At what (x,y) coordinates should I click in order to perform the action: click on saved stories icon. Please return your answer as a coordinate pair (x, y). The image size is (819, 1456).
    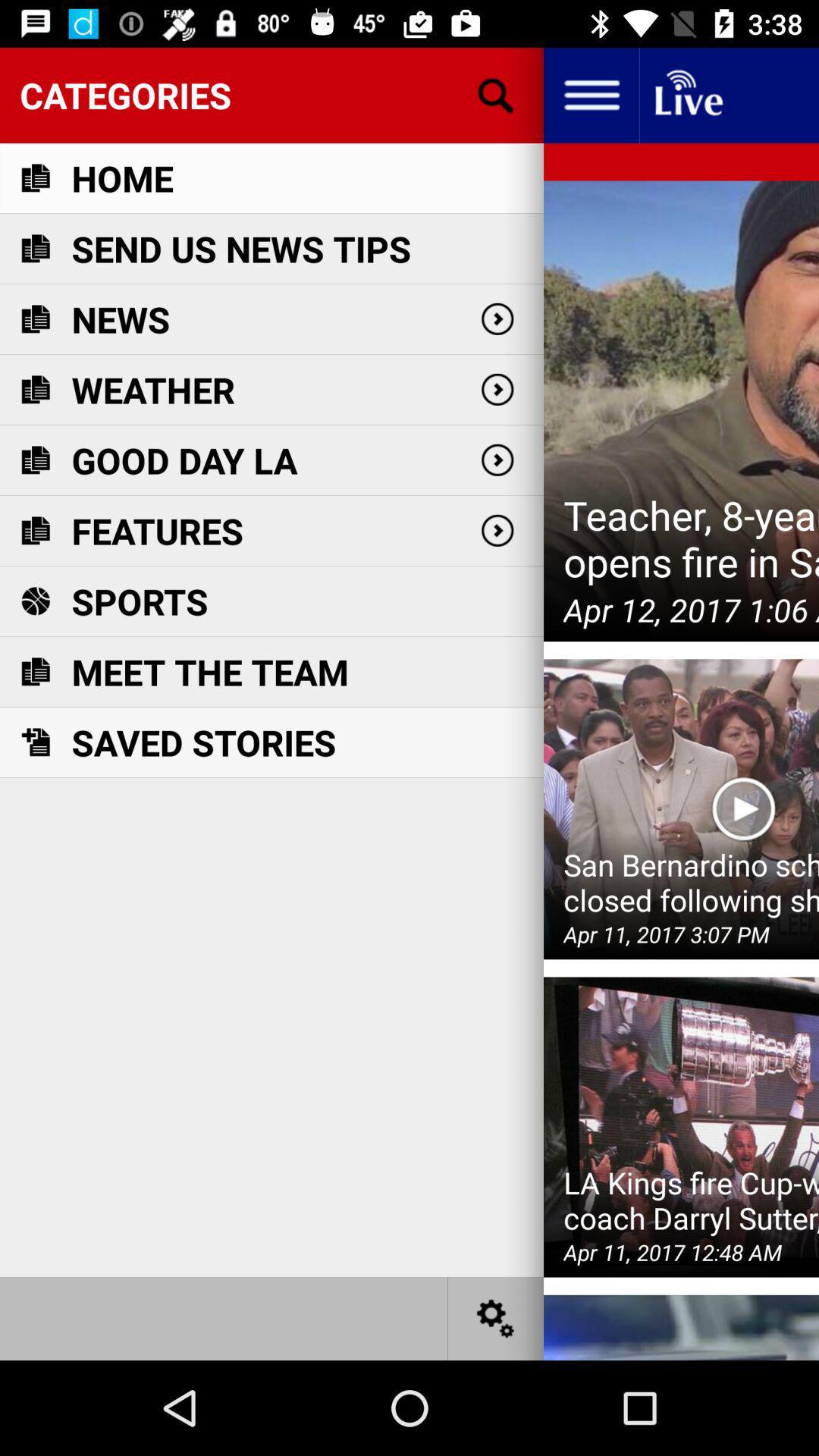
    Looking at the image, I should click on (202, 742).